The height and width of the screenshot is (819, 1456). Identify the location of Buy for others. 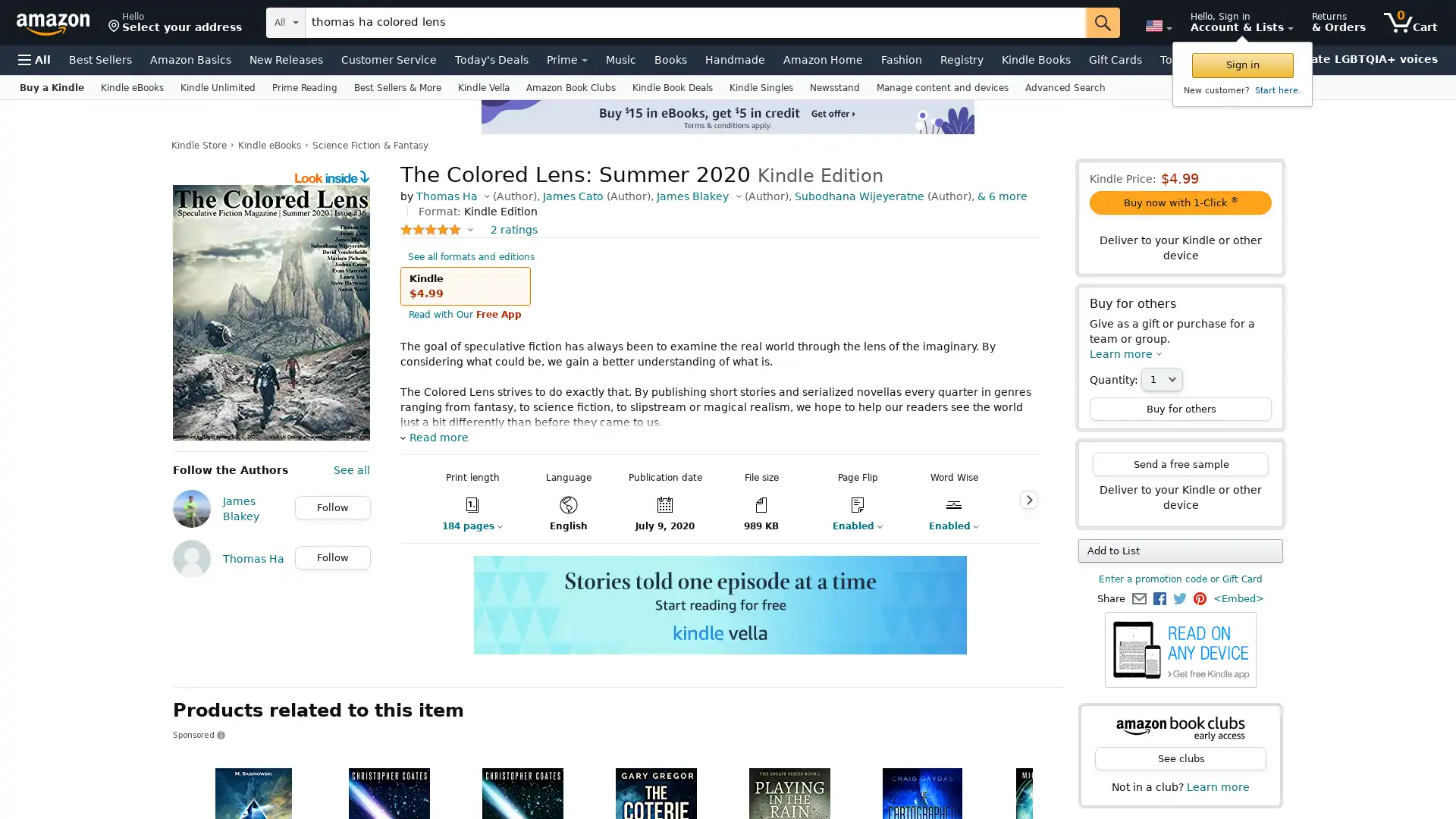
(1179, 408).